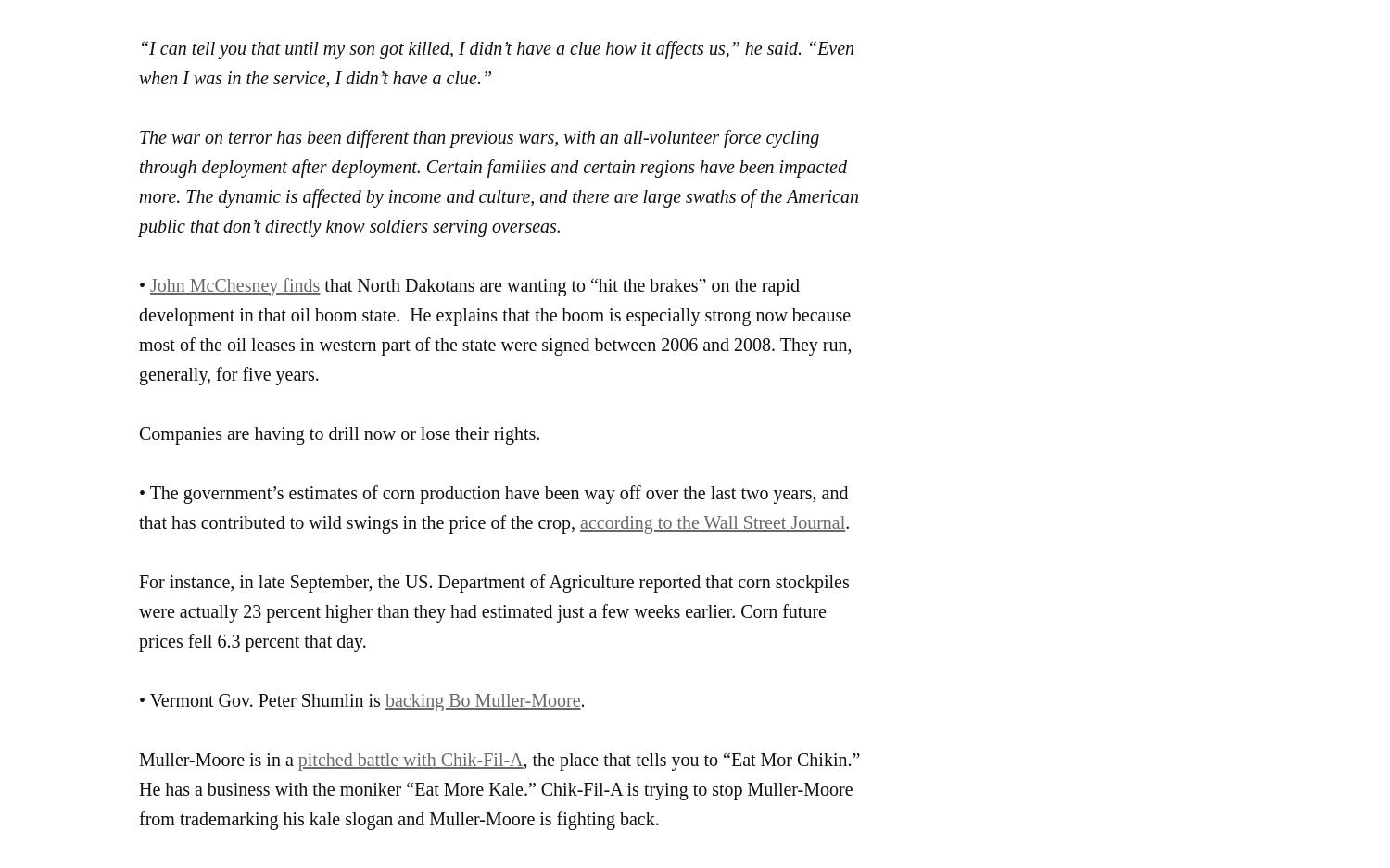  Describe the element at coordinates (139, 758) in the screenshot. I see `'Muller-Moore is in a'` at that location.